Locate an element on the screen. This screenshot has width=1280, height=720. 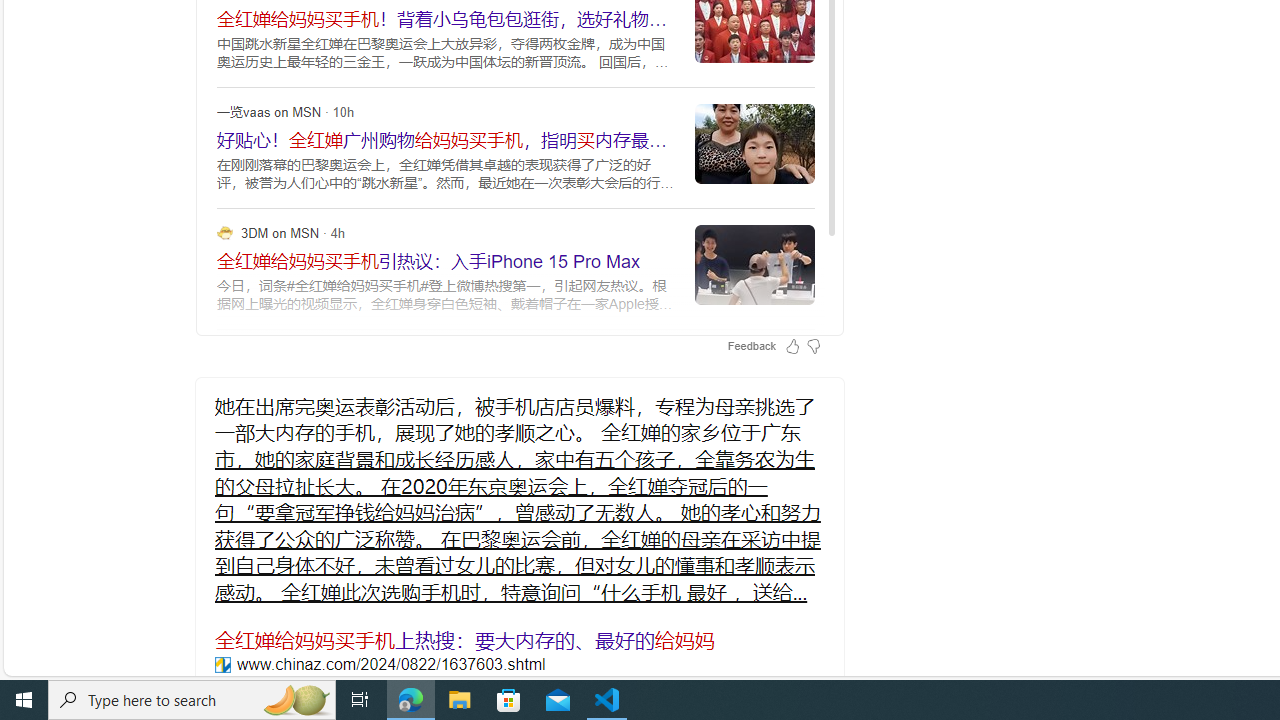
'Feedback Dislike' is located at coordinates (813, 344).